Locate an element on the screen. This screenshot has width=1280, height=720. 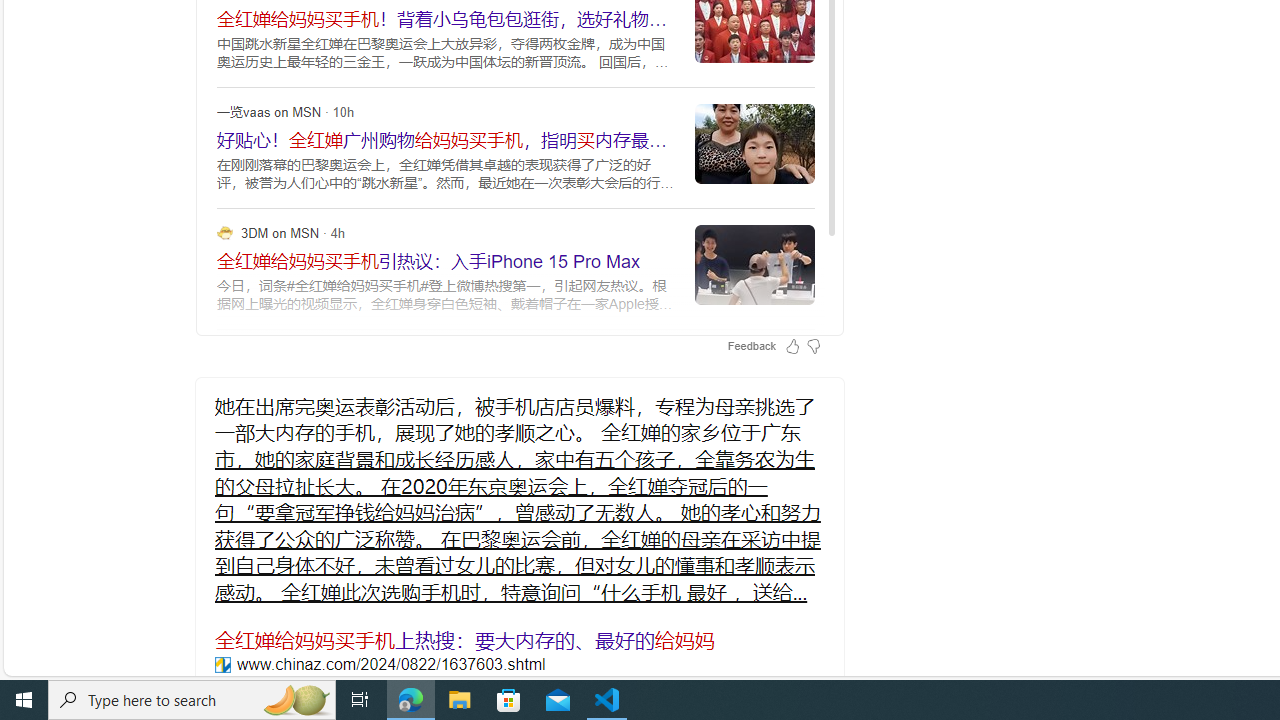
'Feedback Dislike' is located at coordinates (813, 344).